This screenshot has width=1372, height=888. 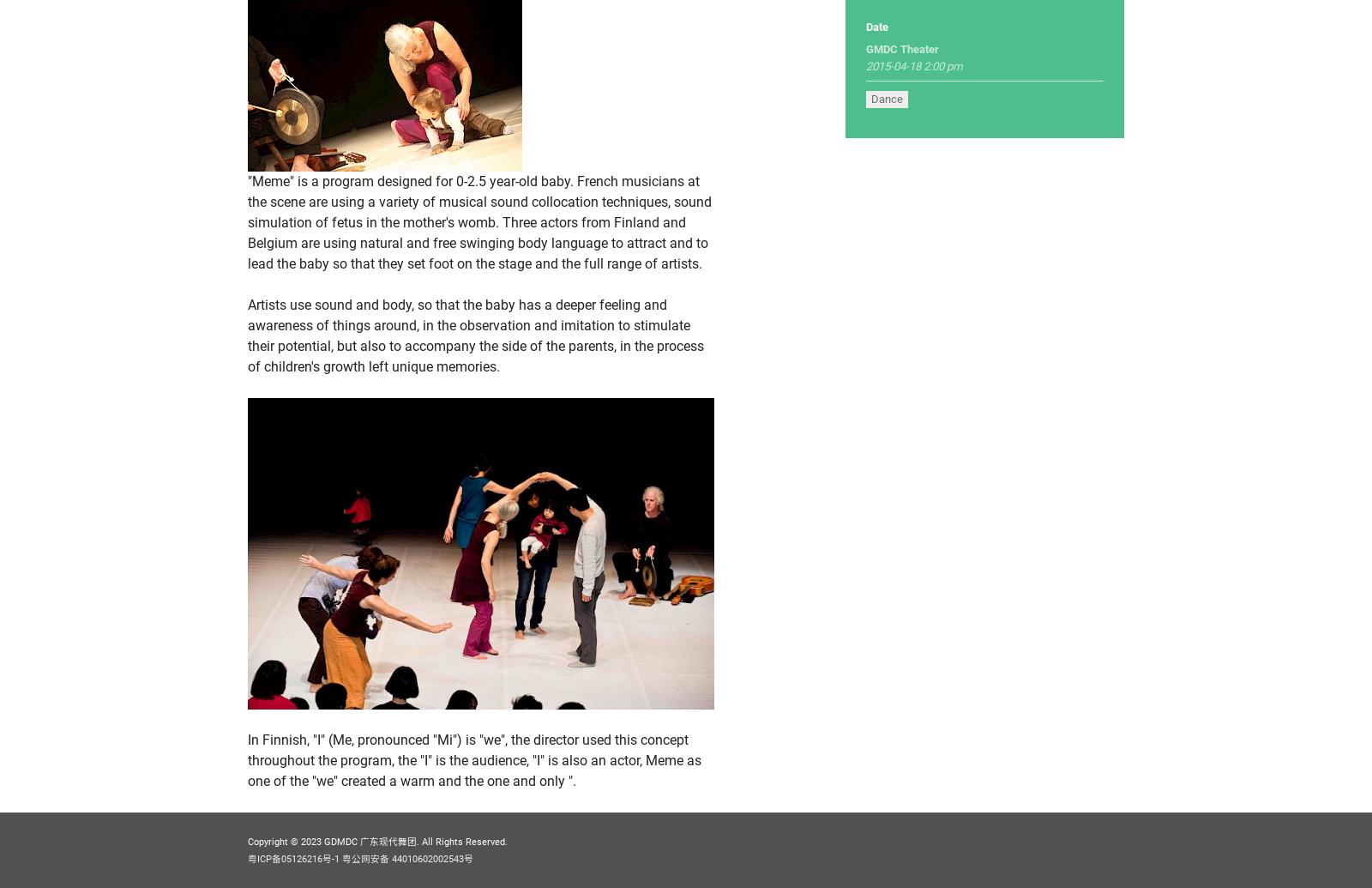 What do you see at coordinates (865, 66) in the screenshot?
I see `'2015-04-18 2:00 pm'` at bounding box center [865, 66].